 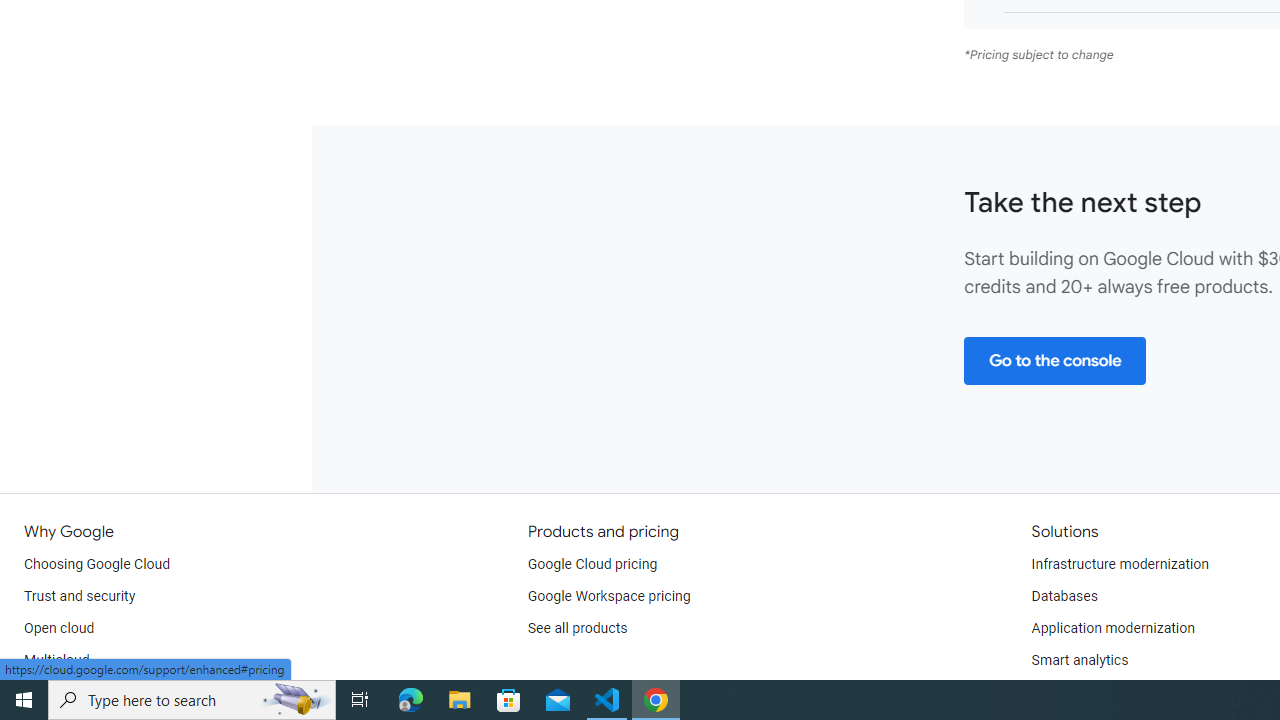 What do you see at coordinates (1063, 595) in the screenshot?
I see `'Databases'` at bounding box center [1063, 595].